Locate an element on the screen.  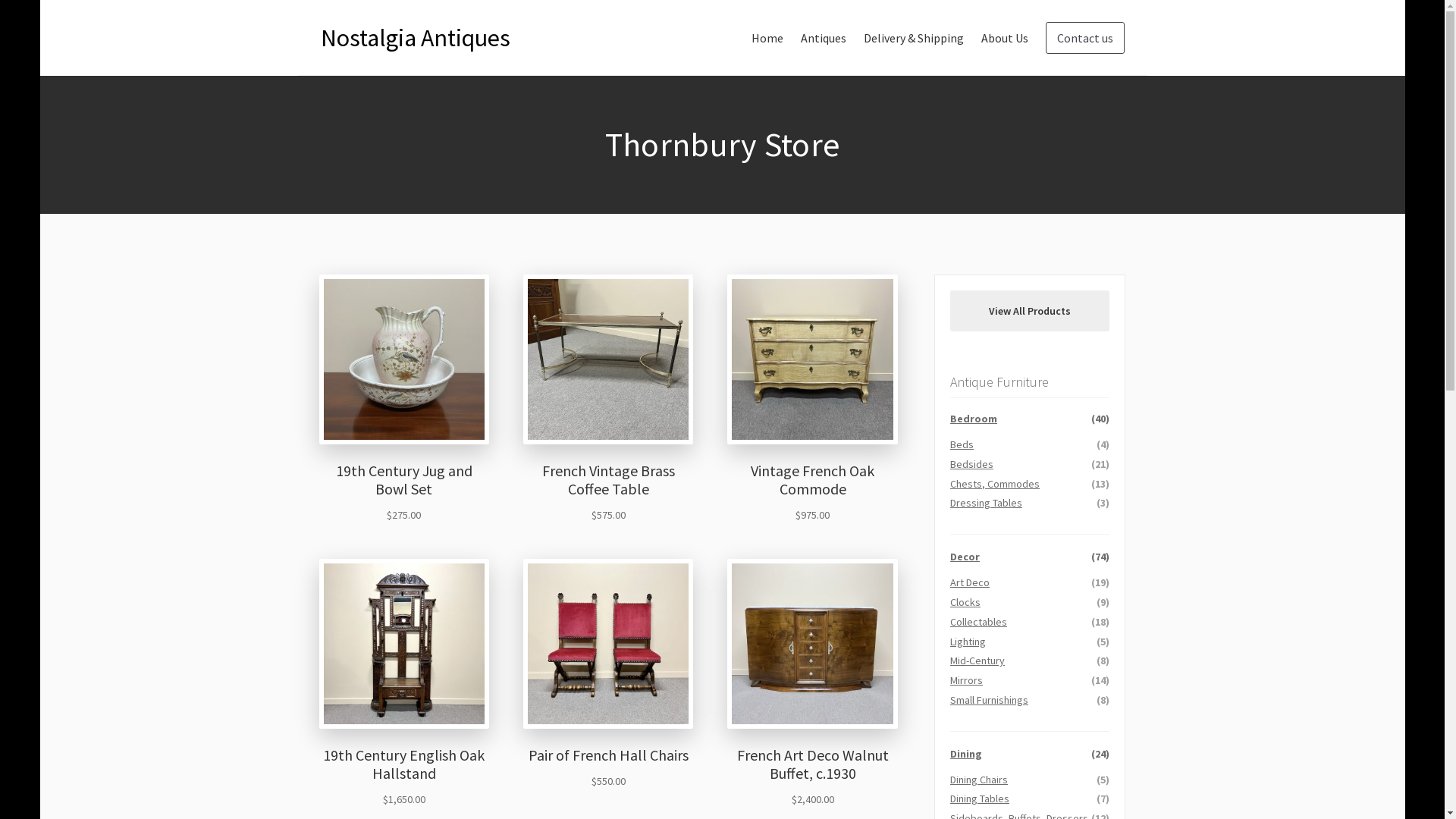
'Art Deco' is located at coordinates (968, 581).